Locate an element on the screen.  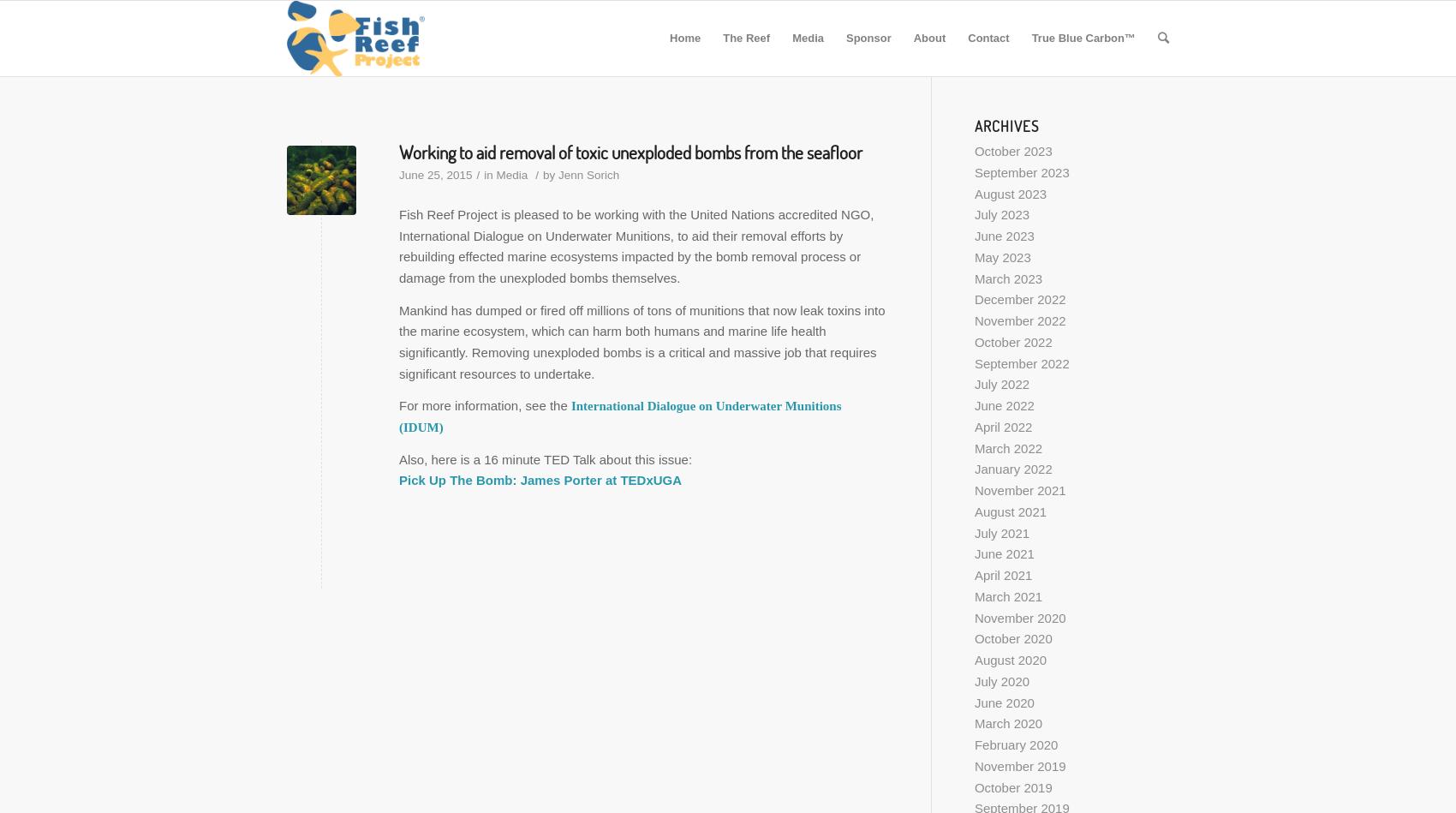
'July 2023' is located at coordinates (1001, 213).